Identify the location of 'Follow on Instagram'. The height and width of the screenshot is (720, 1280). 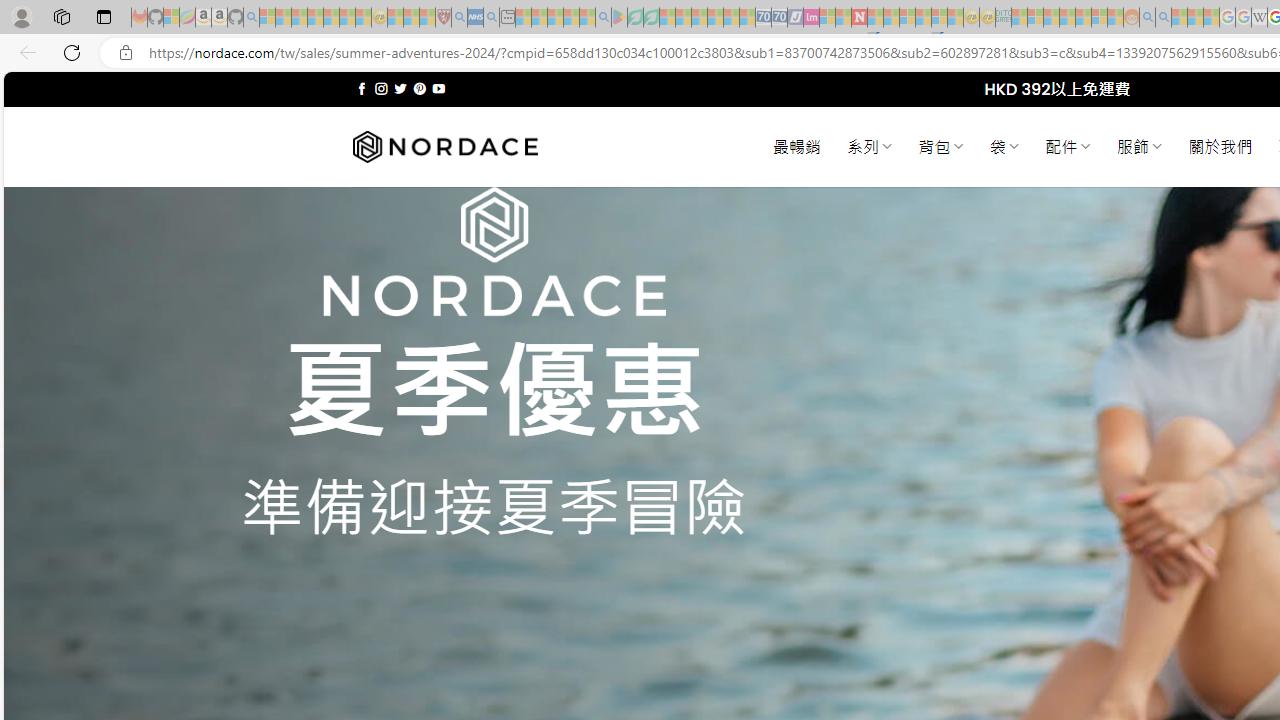
(381, 88).